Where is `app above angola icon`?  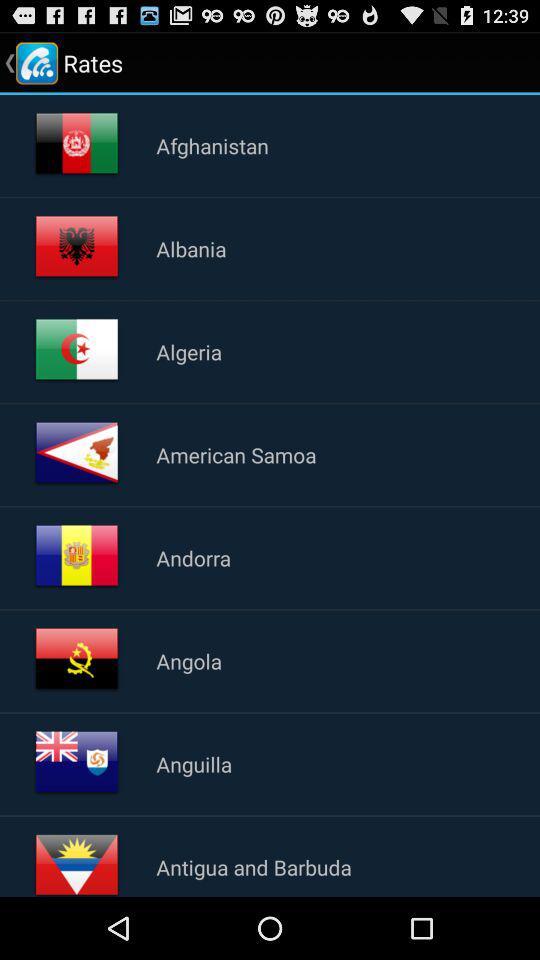
app above angola icon is located at coordinates (193, 558).